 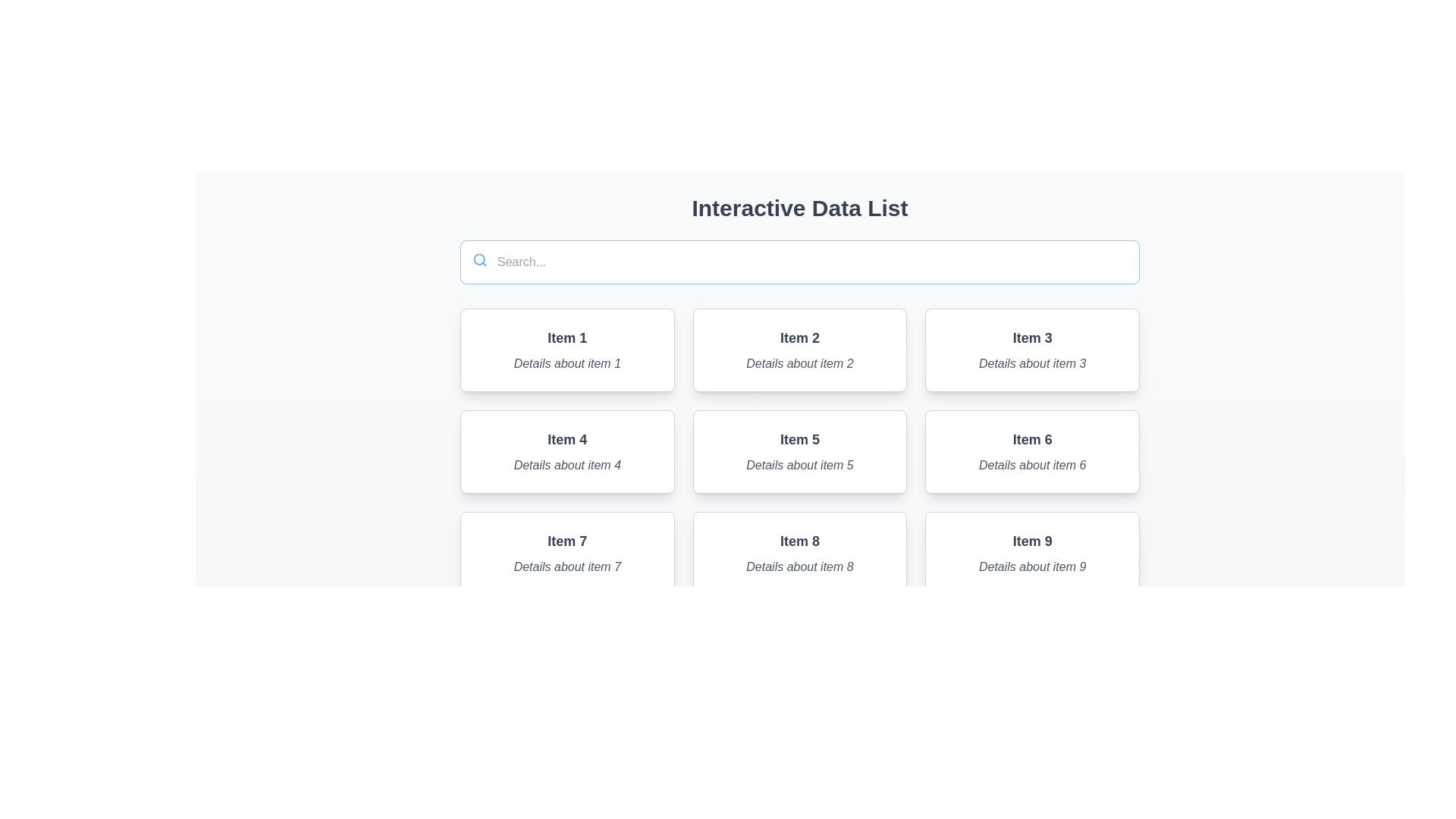 What do you see at coordinates (566, 464) in the screenshot?
I see `the static text displaying 'Details about item 4', which is styled in italic and light gray, located at the lower portion of the 'Item 4' card in the 3x3 grid layout` at bounding box center [566, 464].